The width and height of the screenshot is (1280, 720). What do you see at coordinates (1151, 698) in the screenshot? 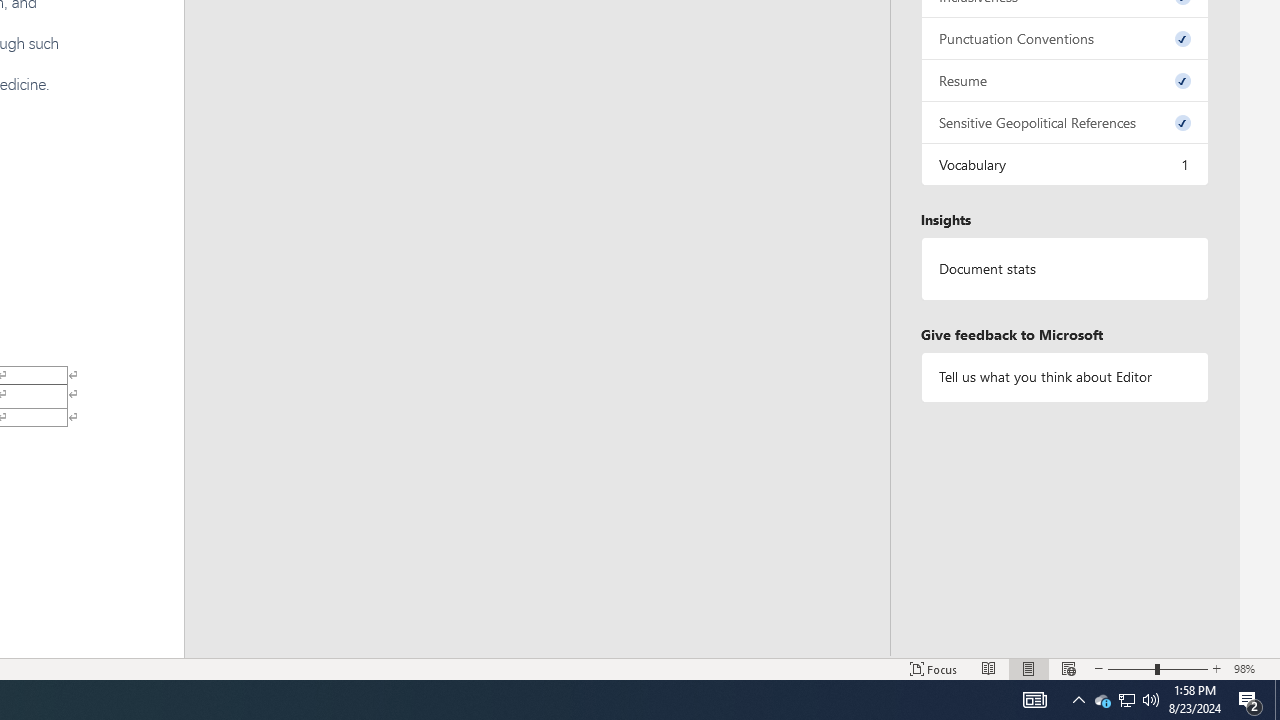
I see `'Q2790: 100%'` at bounding box center [1151, 698].